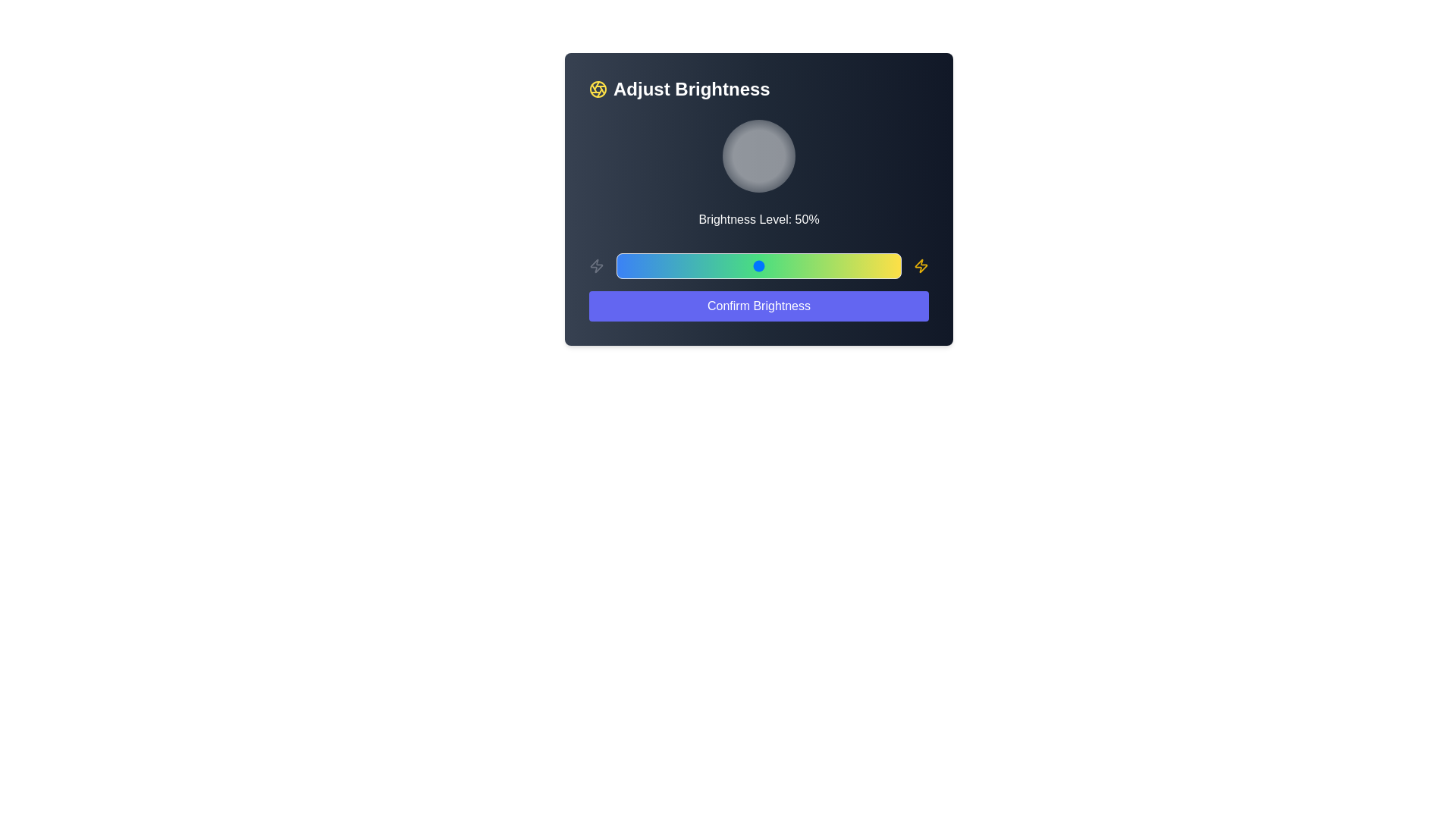 The image size is (1456, 819). Describe the element at coordinates (846, 265) in the screenshot. I see `the brightness slider to 81%` at that location.